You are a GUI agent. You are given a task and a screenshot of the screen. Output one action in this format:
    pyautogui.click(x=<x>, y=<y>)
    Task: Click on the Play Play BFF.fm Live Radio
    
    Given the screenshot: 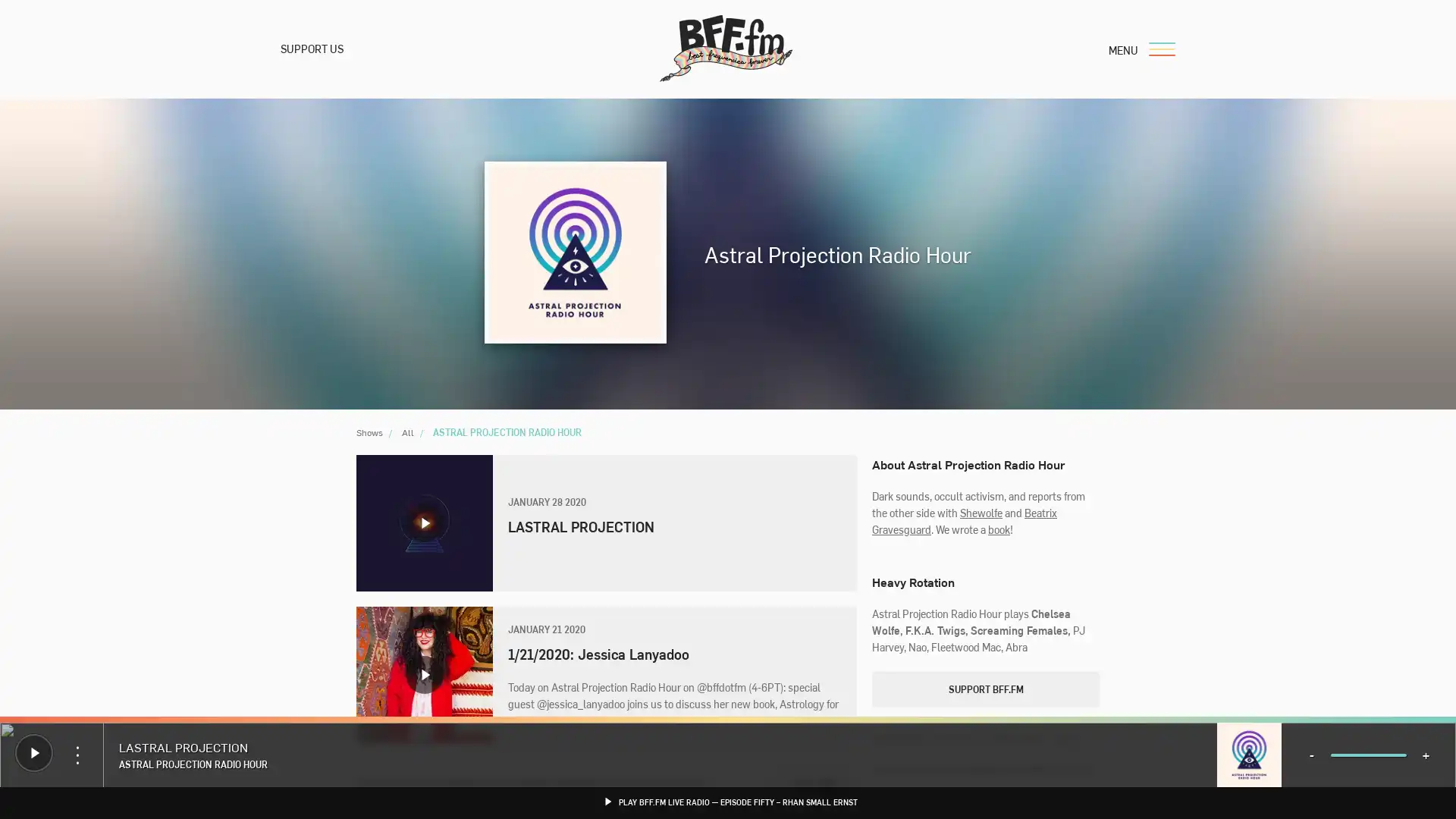 What is the action you would take?
    pyautogui.click(x=14, y=738)
    